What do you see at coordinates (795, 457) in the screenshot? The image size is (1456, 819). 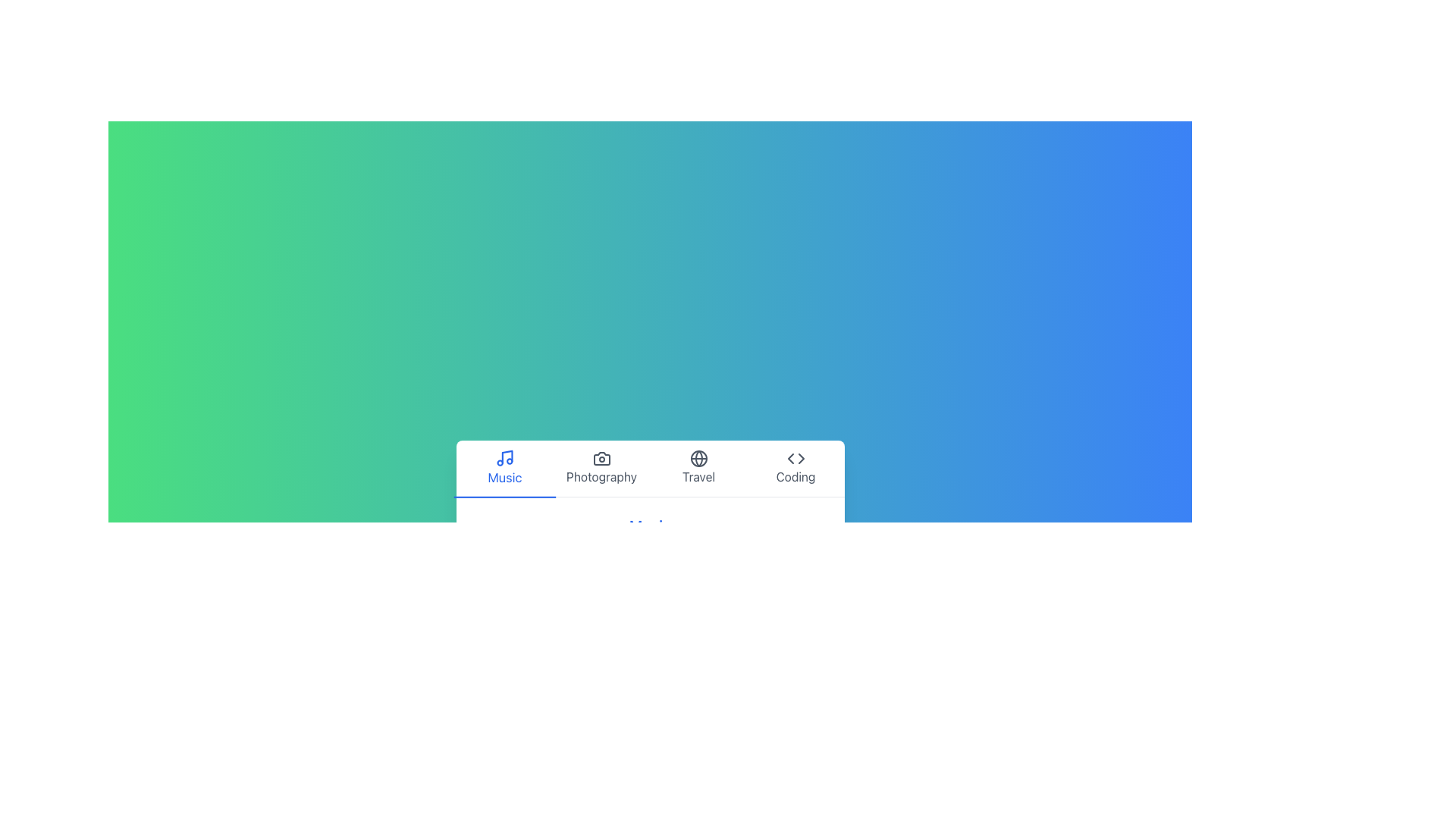 I see `the 'Coding' icon located in the top section of the 'Coding' card, which is the fourth item in a horizontally arranged menu of cards labeled 'Music,' 'Photography,' 'Travel,' and 'Coding'` at bounding box center [795, 457].